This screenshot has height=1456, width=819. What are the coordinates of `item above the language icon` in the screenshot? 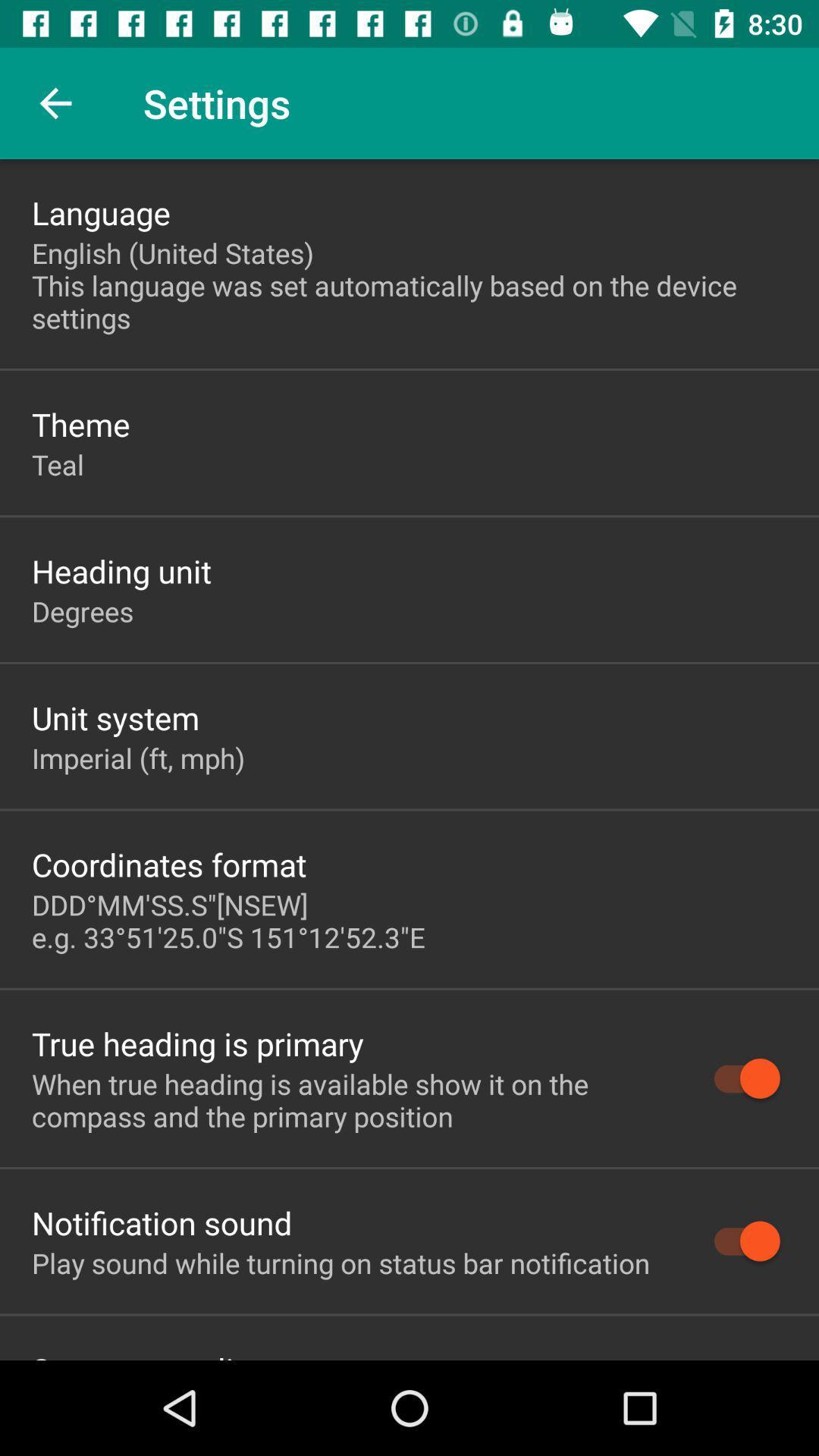 It's located at (55, 102).